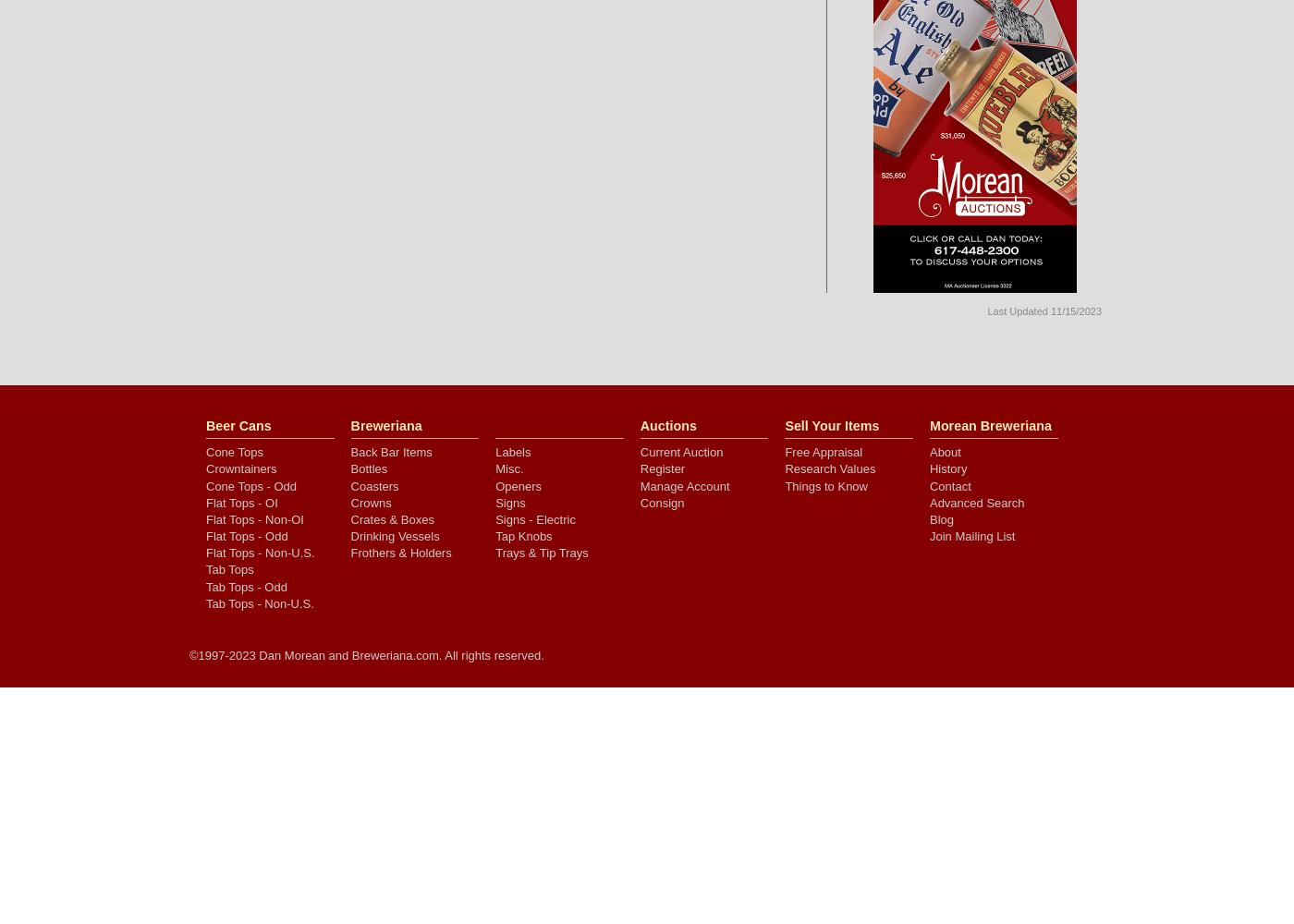  What do you see at coordinates (240, 468) in the screenshot?
I see `'Crowntainers'` at bounding box center [240, 468].